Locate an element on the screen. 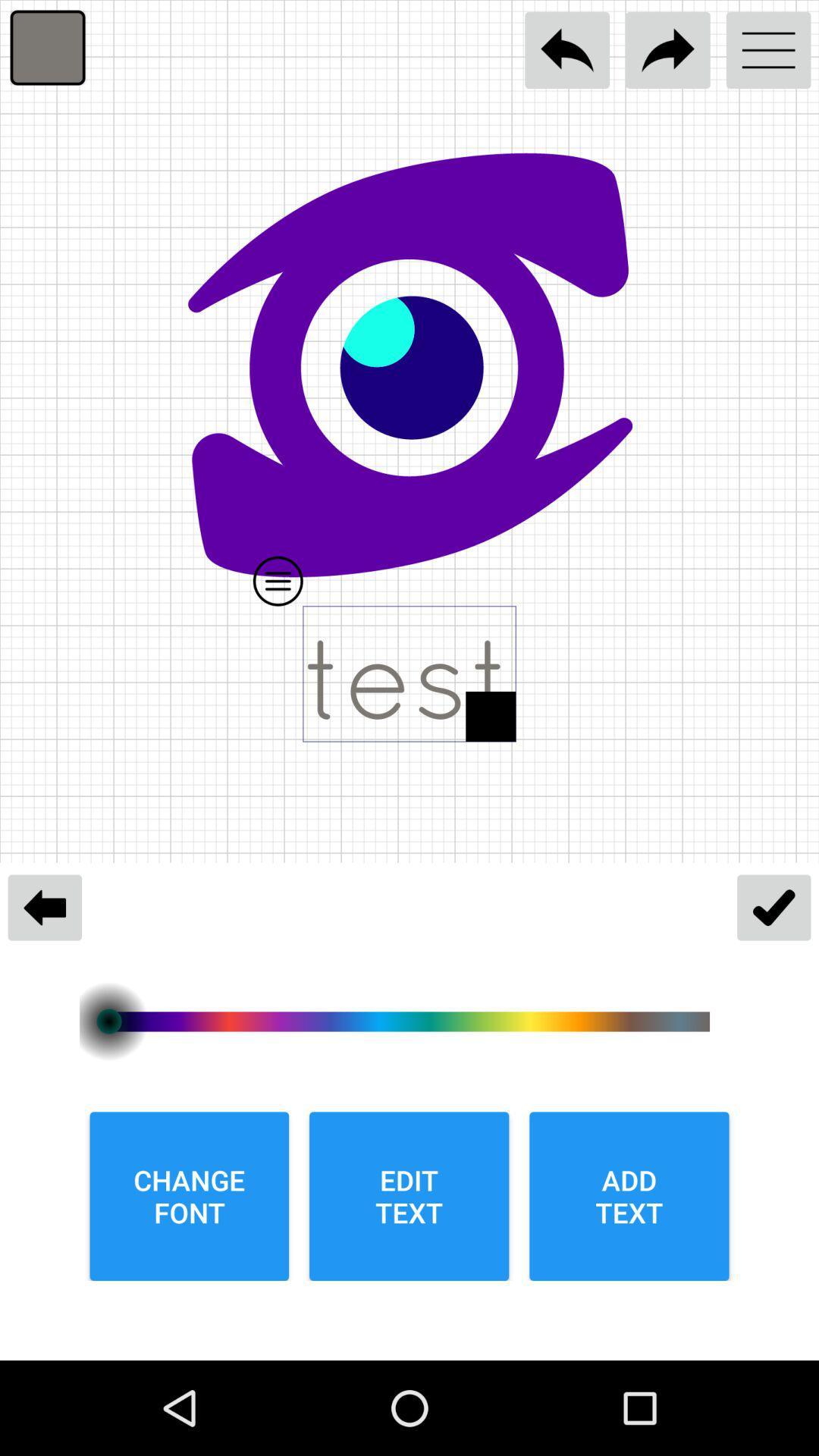  the undo icon is located at coordinates (567, 50).